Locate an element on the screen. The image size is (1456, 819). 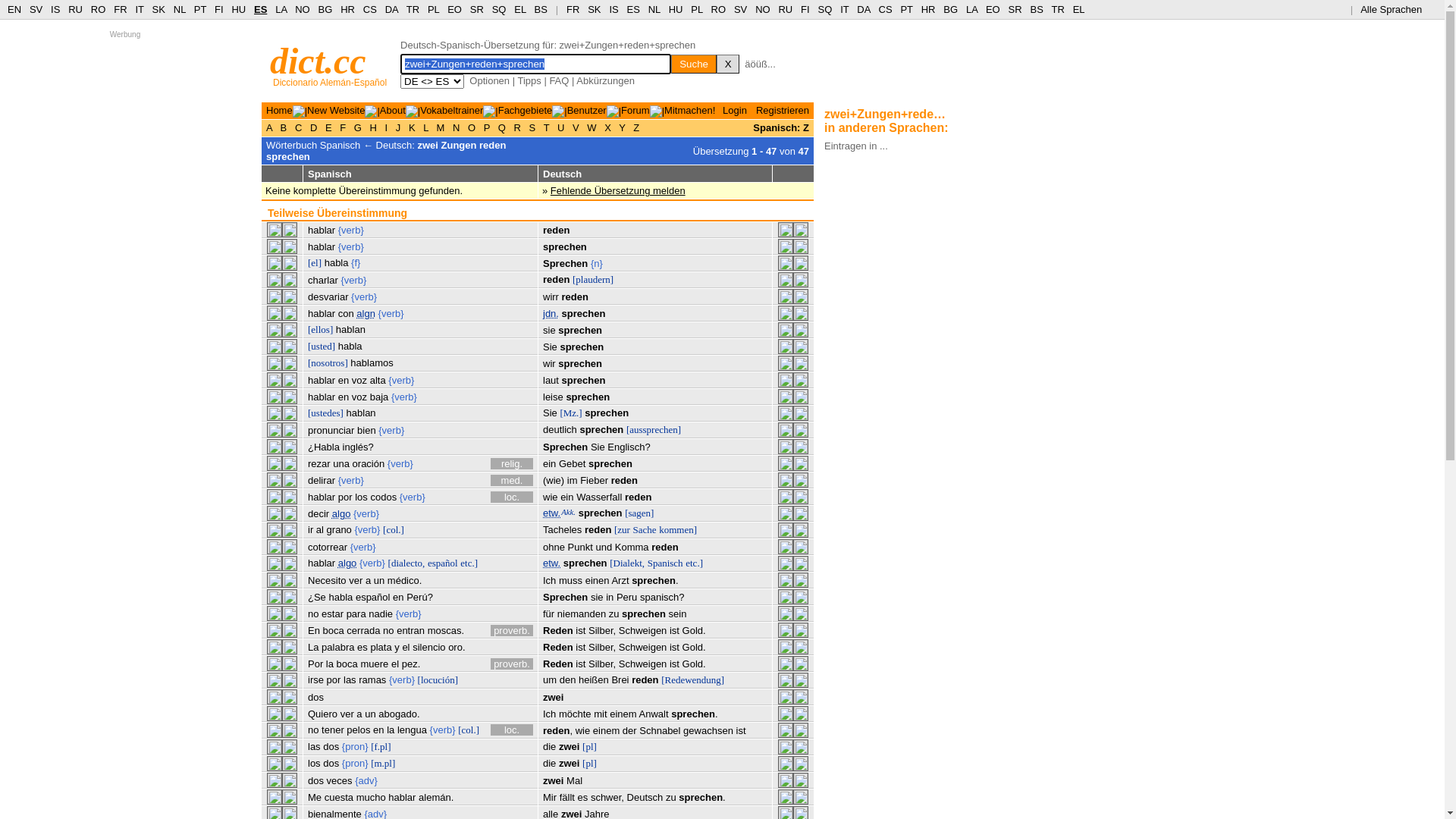
'ist' is located at coordinates (741, 730).